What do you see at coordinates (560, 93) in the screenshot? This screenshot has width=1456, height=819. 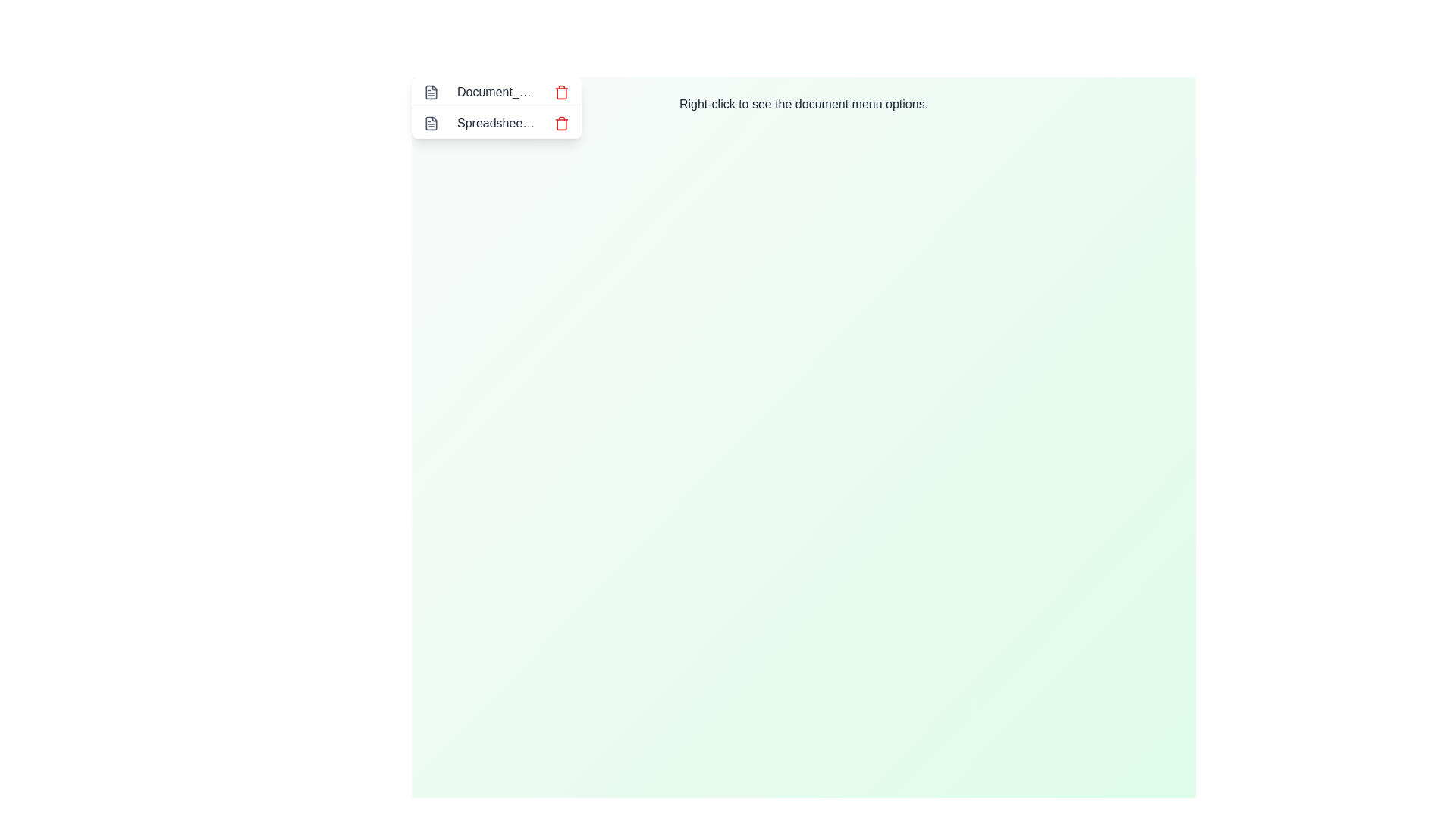 I see `the trash icon next to the document named Document_A.pdf to remove it from the list` at bounding box center [560, 93].